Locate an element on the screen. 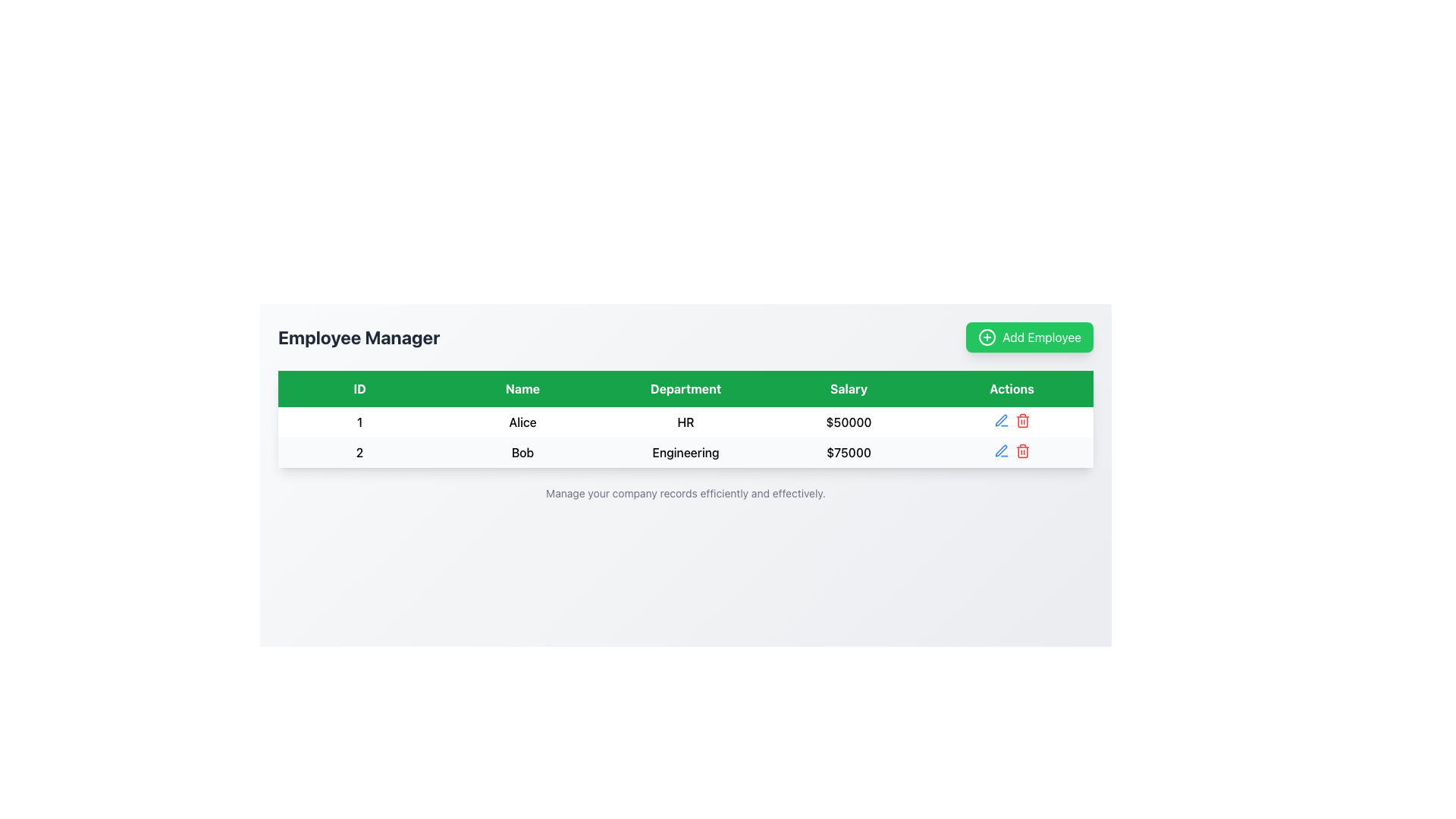 This screenshot has width=1456, height=819. the fifth Table Header Cell in the data table, which indicates the purpose of the column containing interaction buttons for associated actions is located at coordinates (1012, 388).